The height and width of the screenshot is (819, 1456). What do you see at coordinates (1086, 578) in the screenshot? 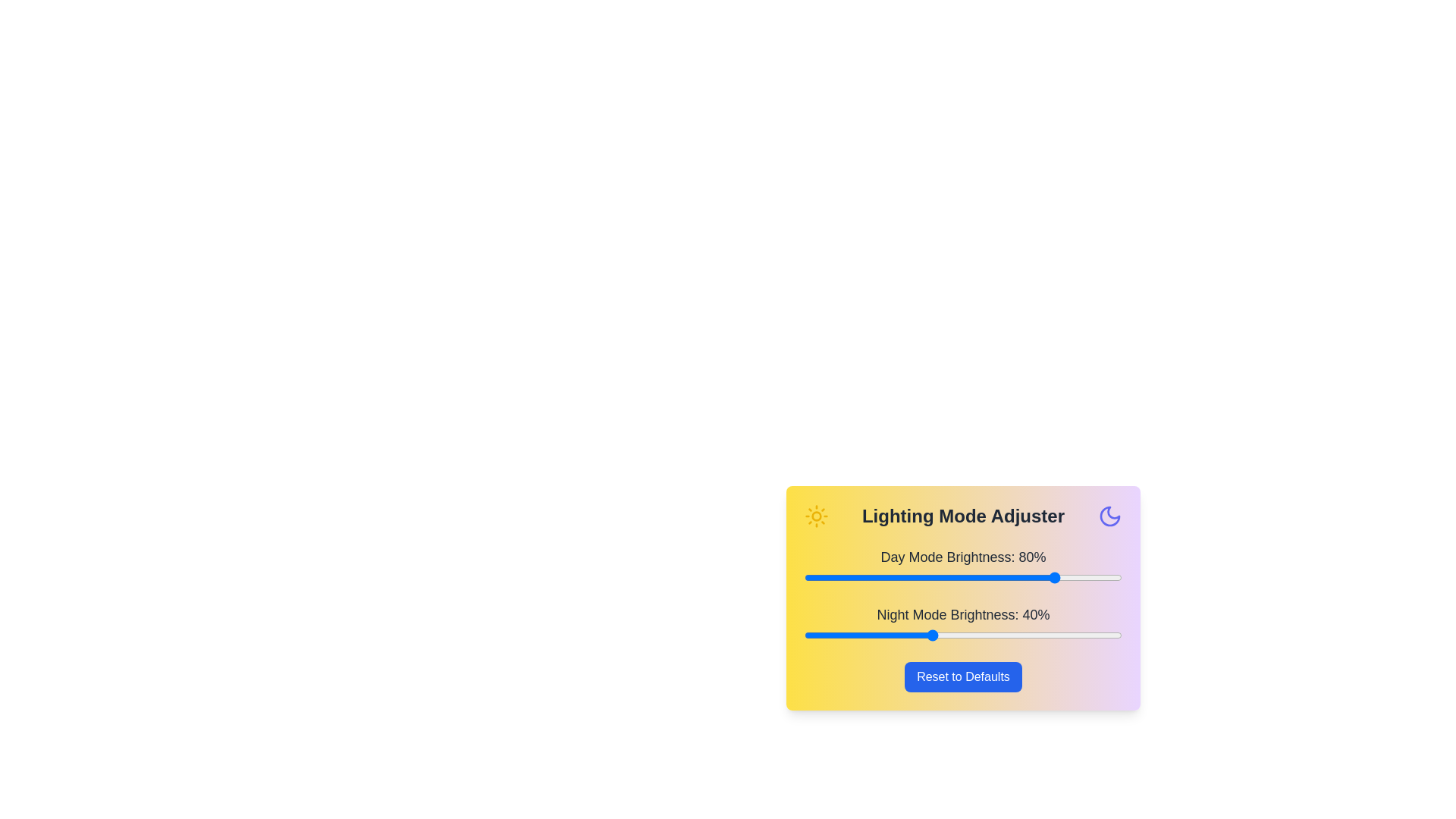
I see `the day mode brightness slider to 89%` at bounding box center [1086, 578].